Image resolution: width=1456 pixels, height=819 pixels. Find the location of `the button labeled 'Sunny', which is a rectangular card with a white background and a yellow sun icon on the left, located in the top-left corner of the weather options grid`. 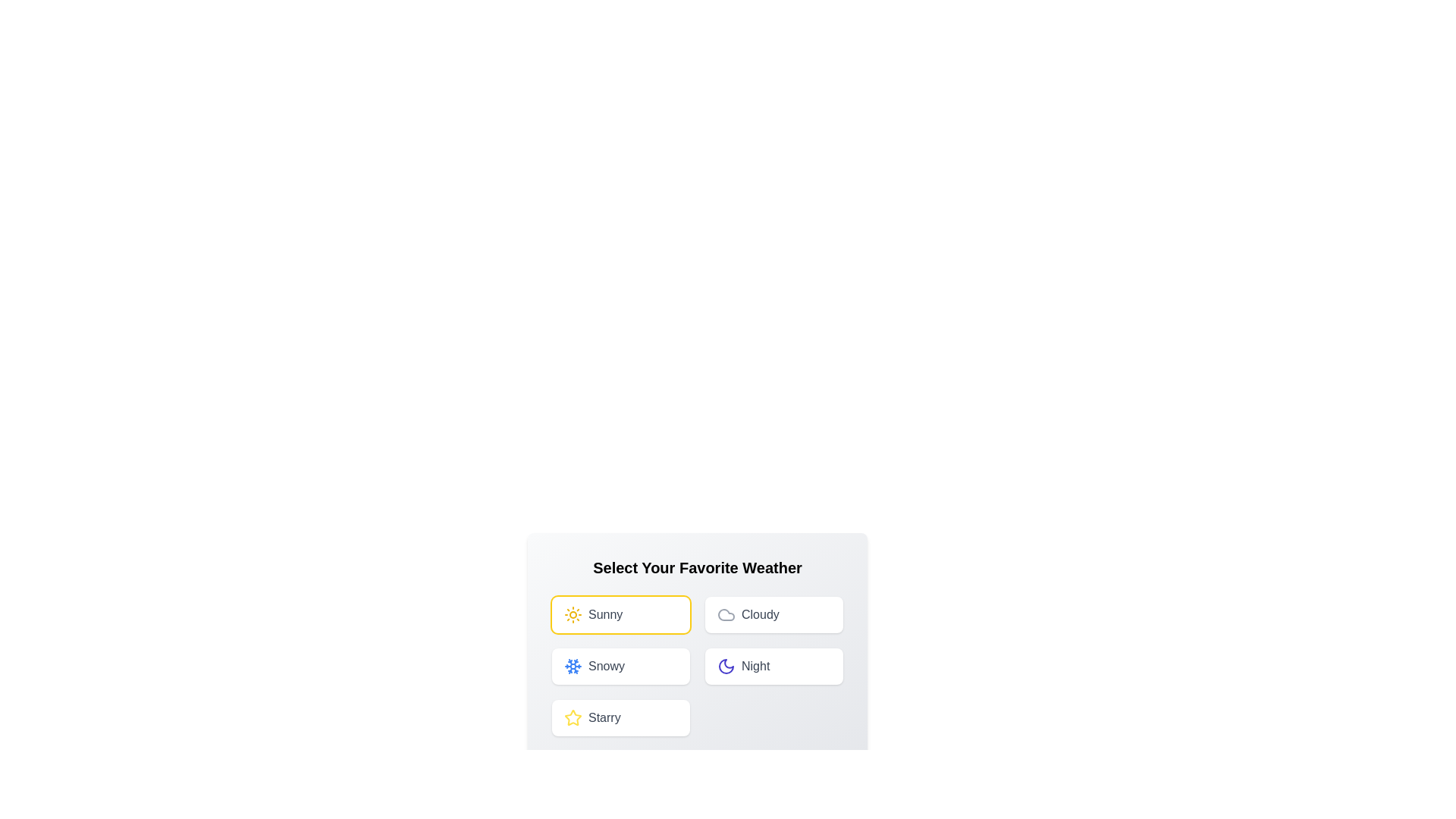

the button labeled 'Sunny', which is a rectangular card with a white background and a yellow sun icon on the left, located in the top-left corner of the weather options grid is located at coordinates (621, 614).